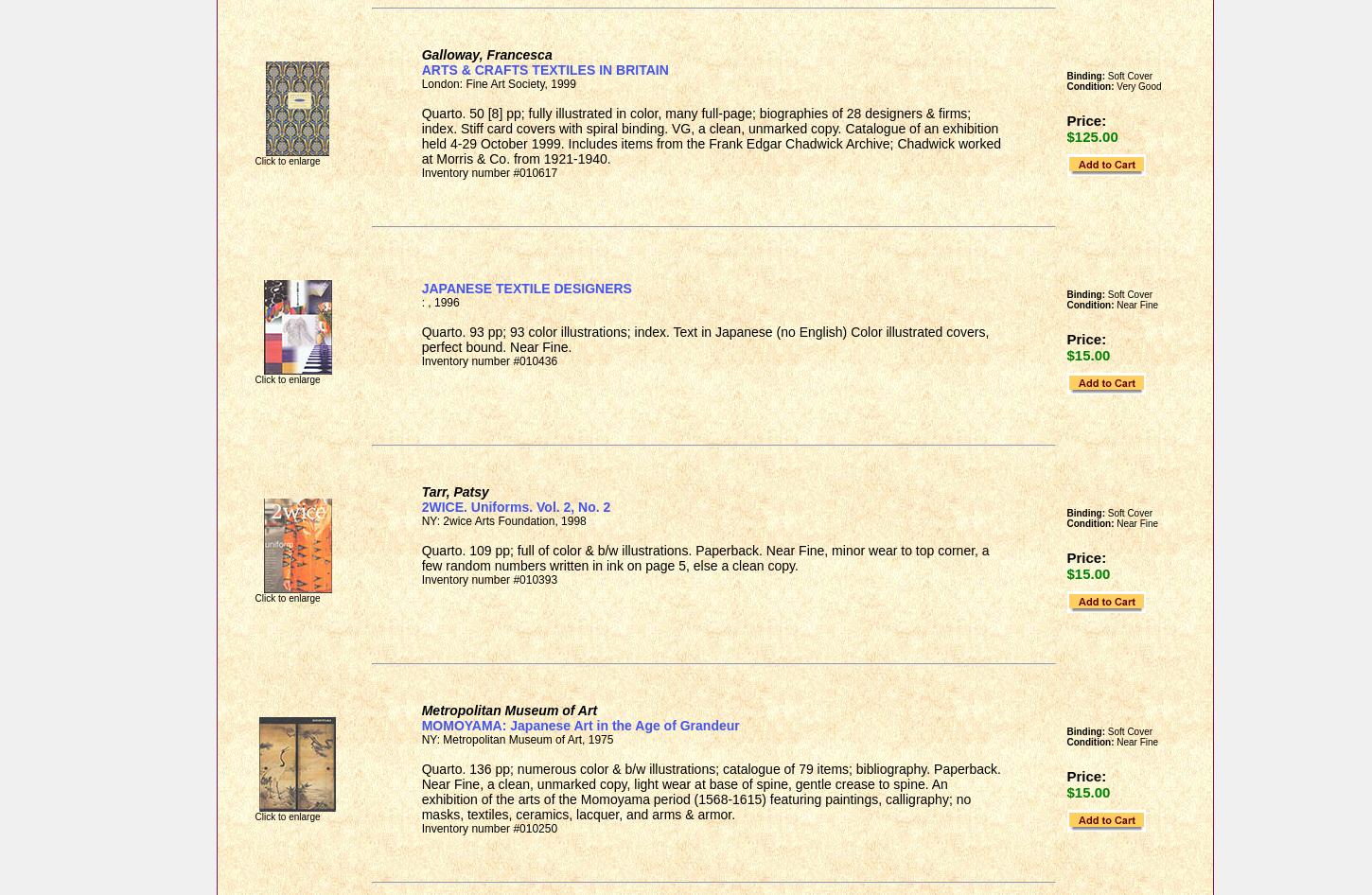 The image size is (1372, 895). Describe the element at coordinates (525, 287) in the screenshot. I see `'JAPANESE TEXTILE DESIGNERS'` at that location.